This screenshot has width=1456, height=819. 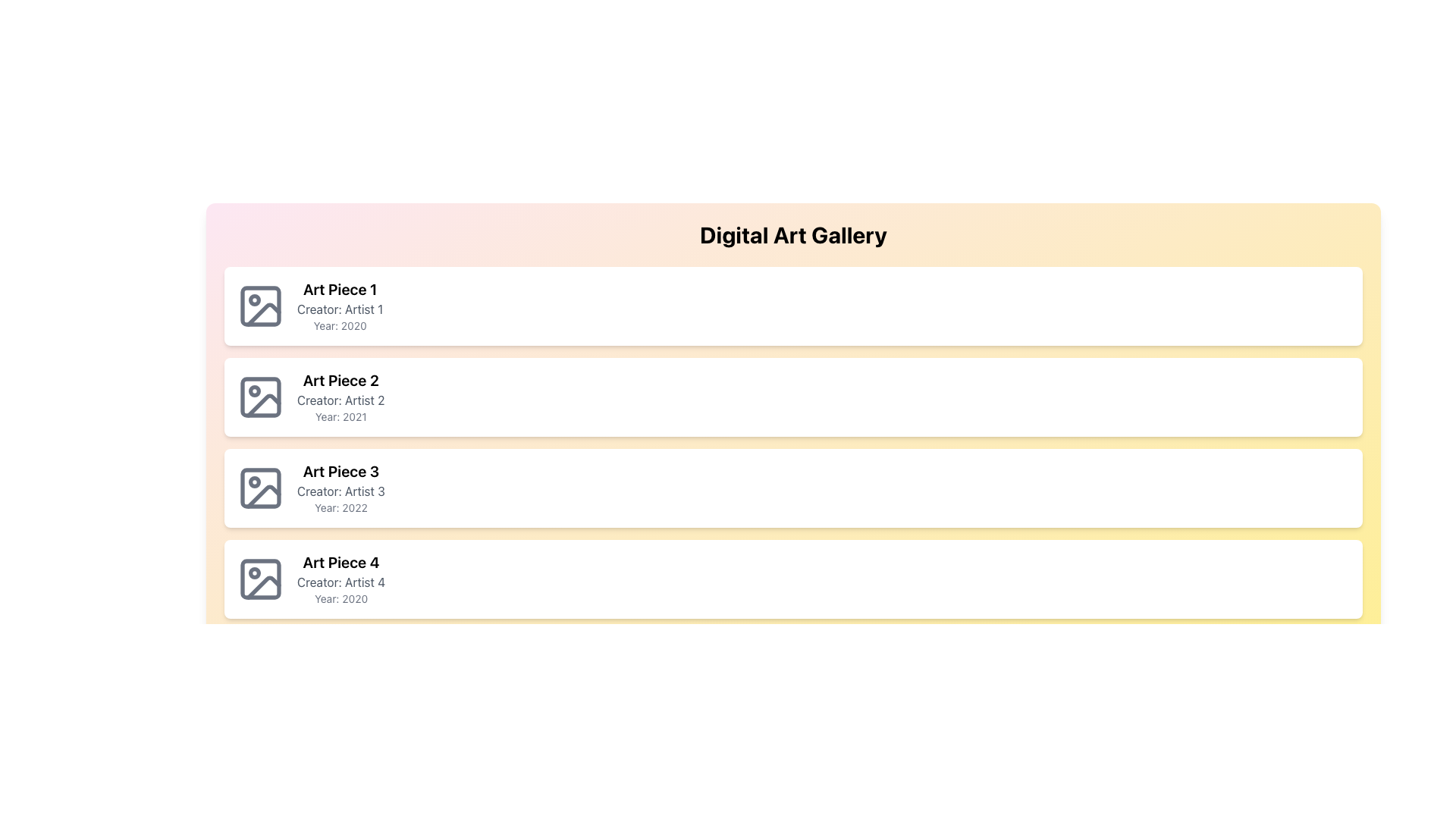 What do you see at coordinates (255, 573) in the screenshot?
I see `the small circle representing a graphical point within the SVG-based image component for Art Piece 4, located at the lower-left area of the image icon` at bounding box center [255, 573].